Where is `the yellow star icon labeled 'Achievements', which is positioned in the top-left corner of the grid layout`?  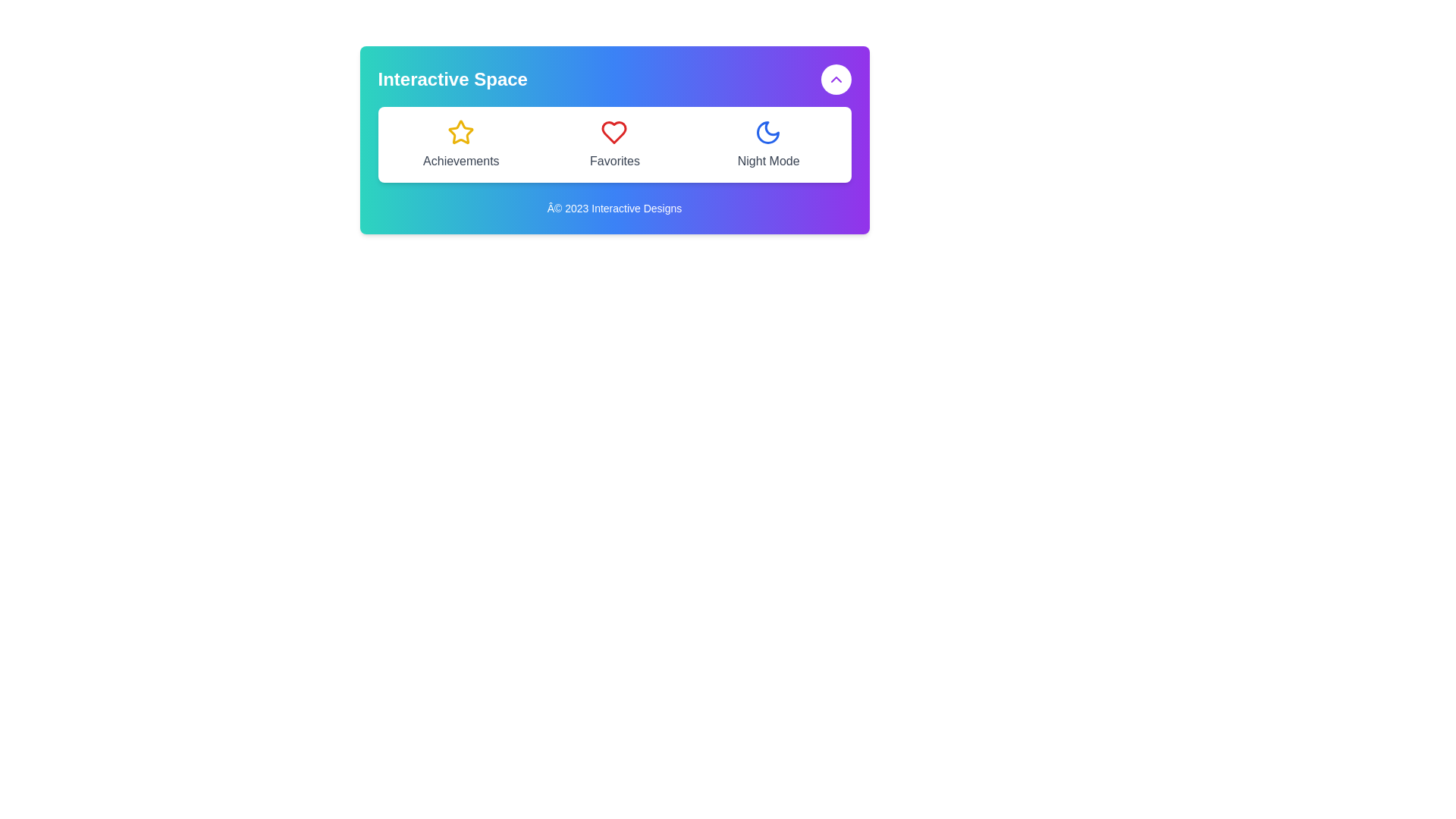
the yellow star icon labeled 'Achievements', which is positioned in the top-left corner of the grid layout is located at coordinates (460, 145).